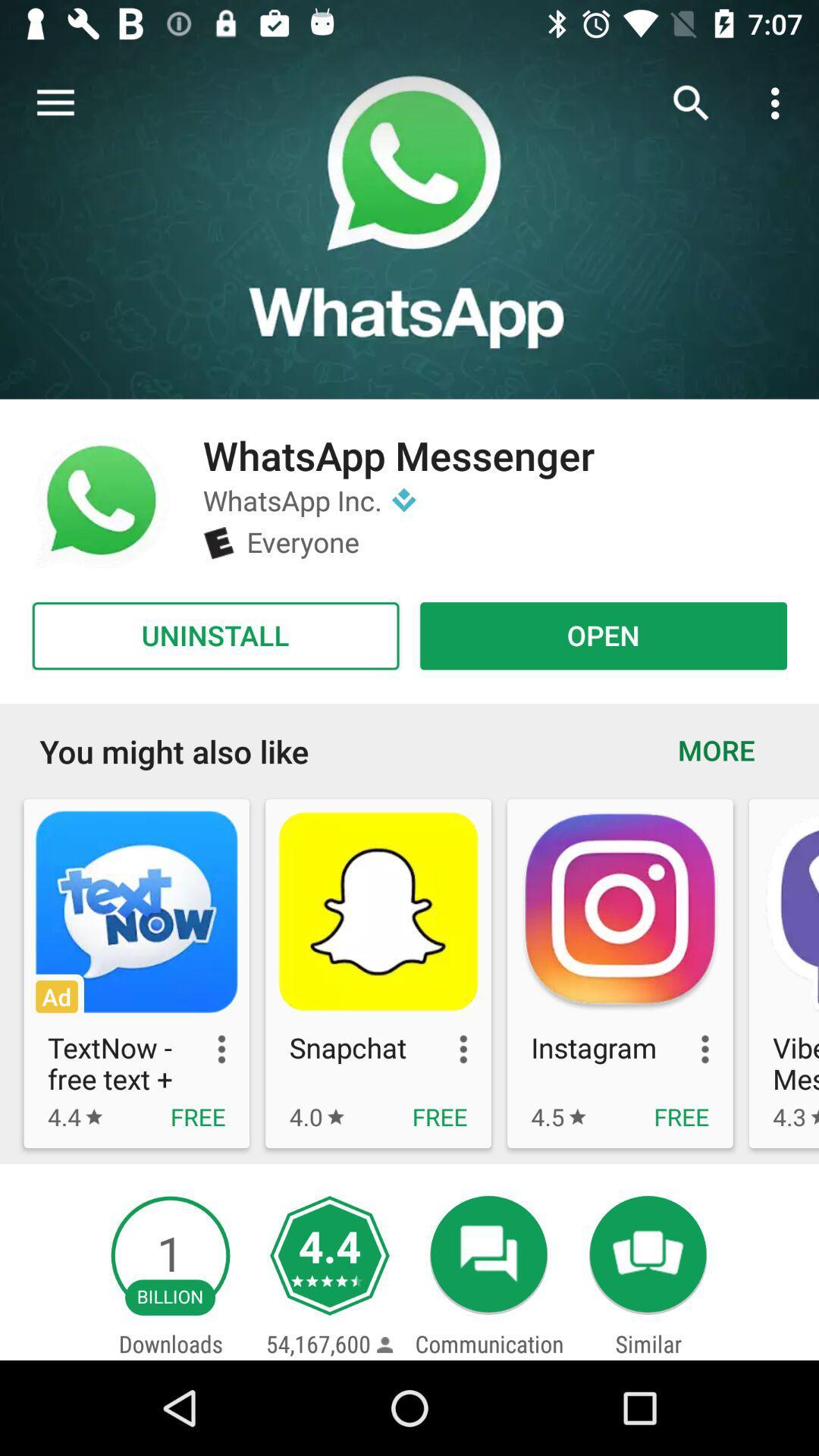  What do you see at coordinates (384, 1345) in the screenshot?
I see `the icon on the right next to the text 54167600 on the web page` at bounding box center [384, 1345].